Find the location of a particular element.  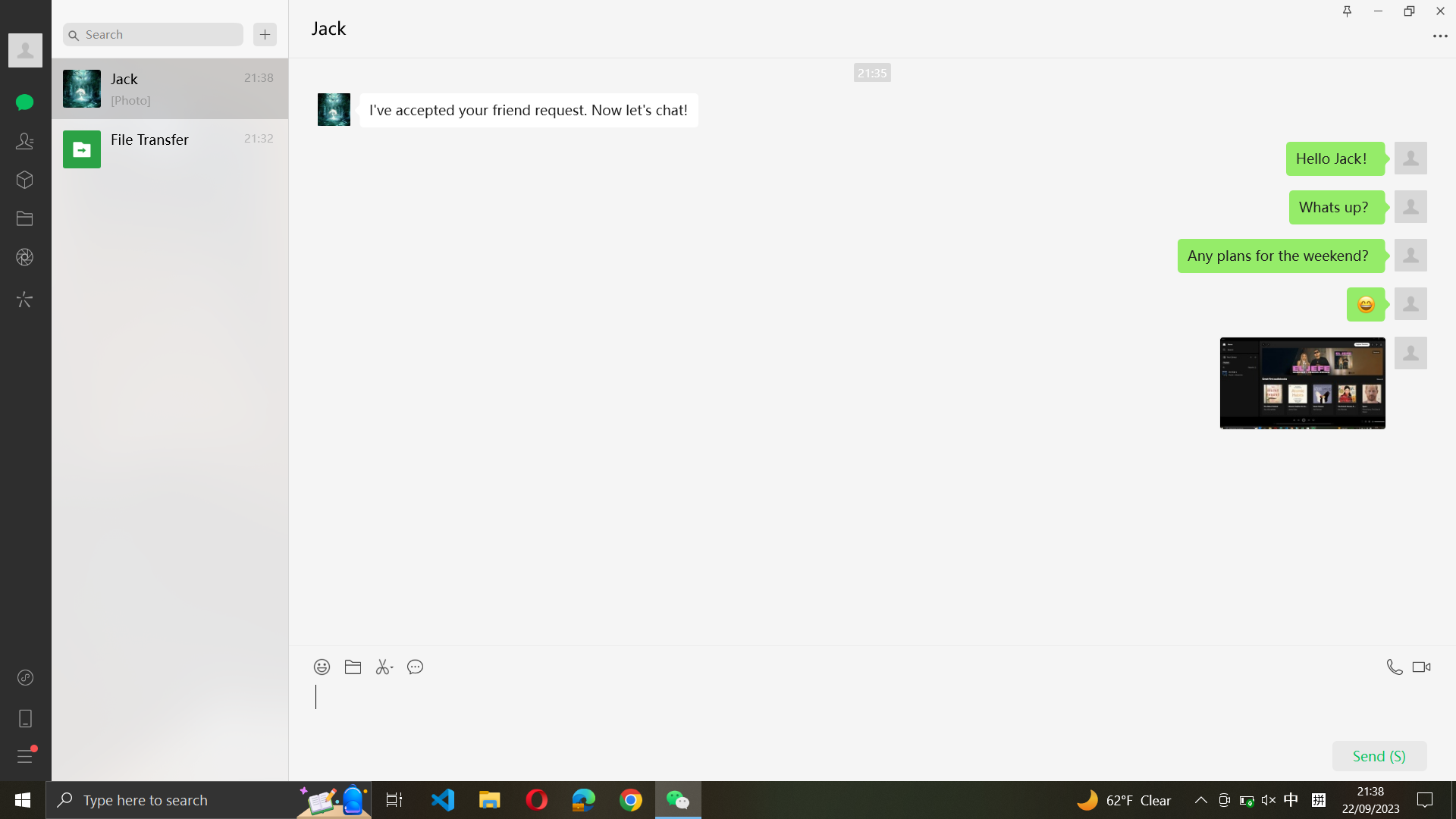

Replicate a text message sent by Jack is located at coordinates (528, 110).